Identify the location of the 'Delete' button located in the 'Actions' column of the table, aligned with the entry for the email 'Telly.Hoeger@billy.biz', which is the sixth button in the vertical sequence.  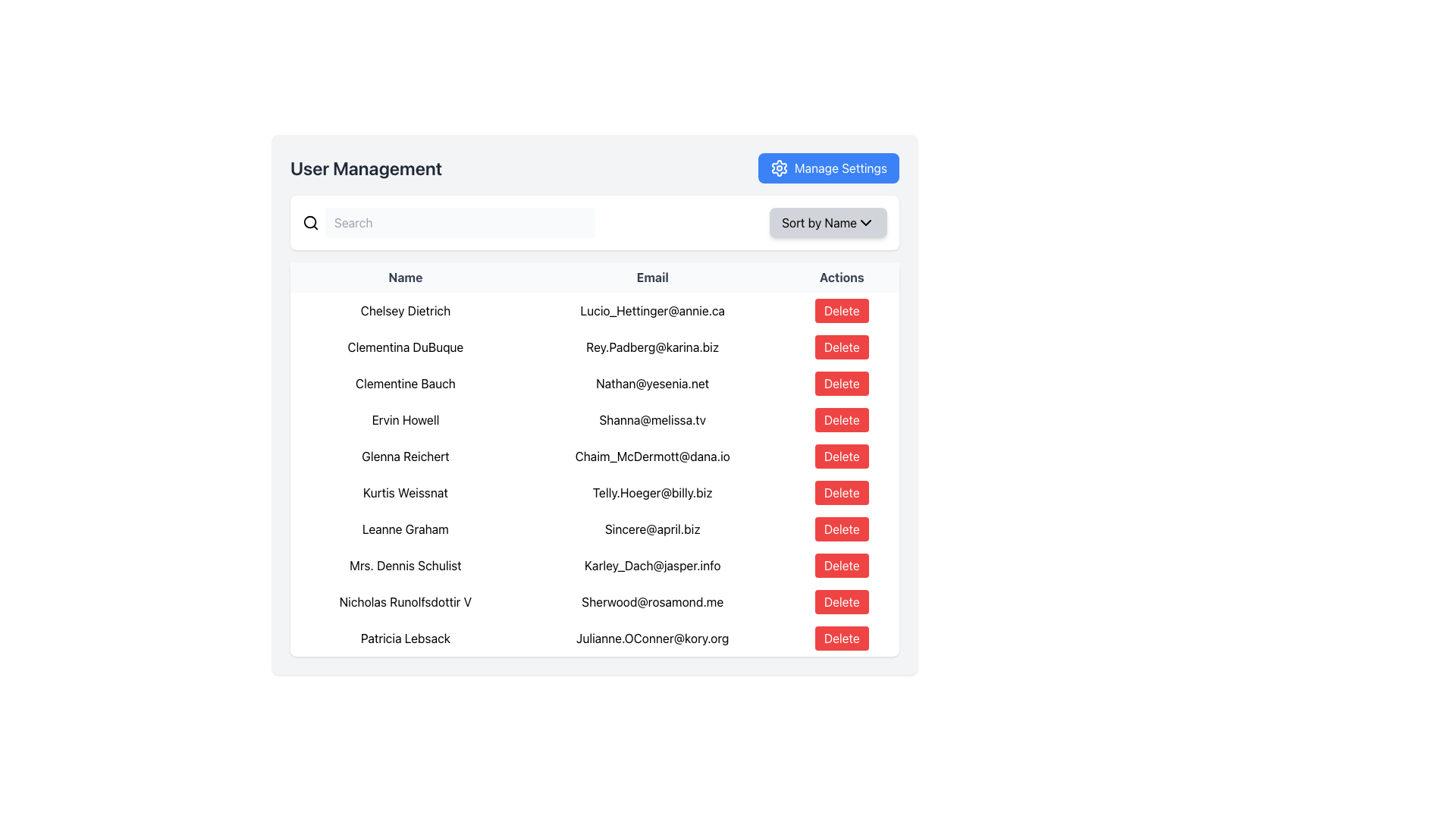
(840, 493).